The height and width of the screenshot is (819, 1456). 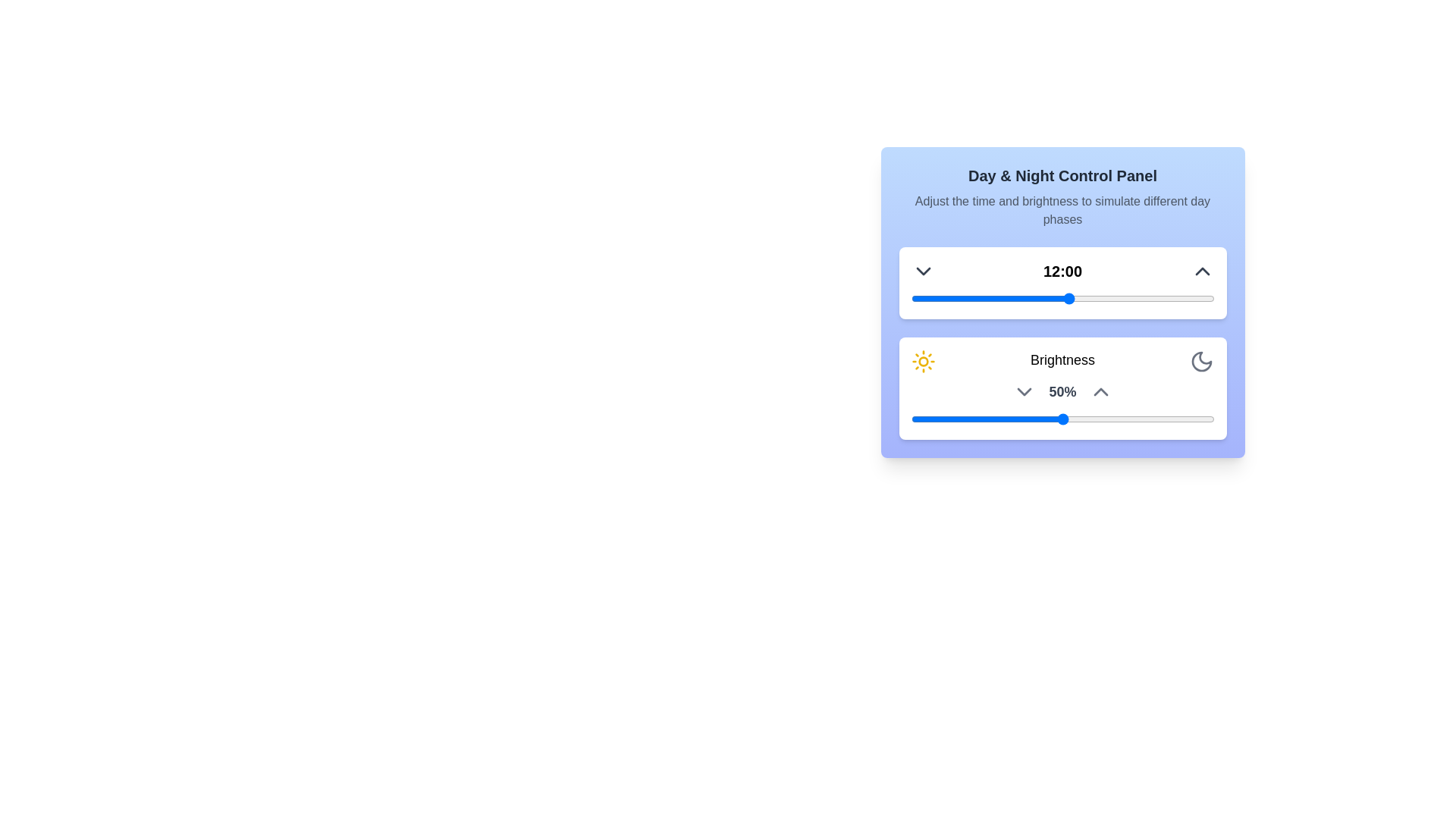 I want to click on the night mode toggle icon located on the far right side of the 'Brightness' section, so click(x=1201, y=362).